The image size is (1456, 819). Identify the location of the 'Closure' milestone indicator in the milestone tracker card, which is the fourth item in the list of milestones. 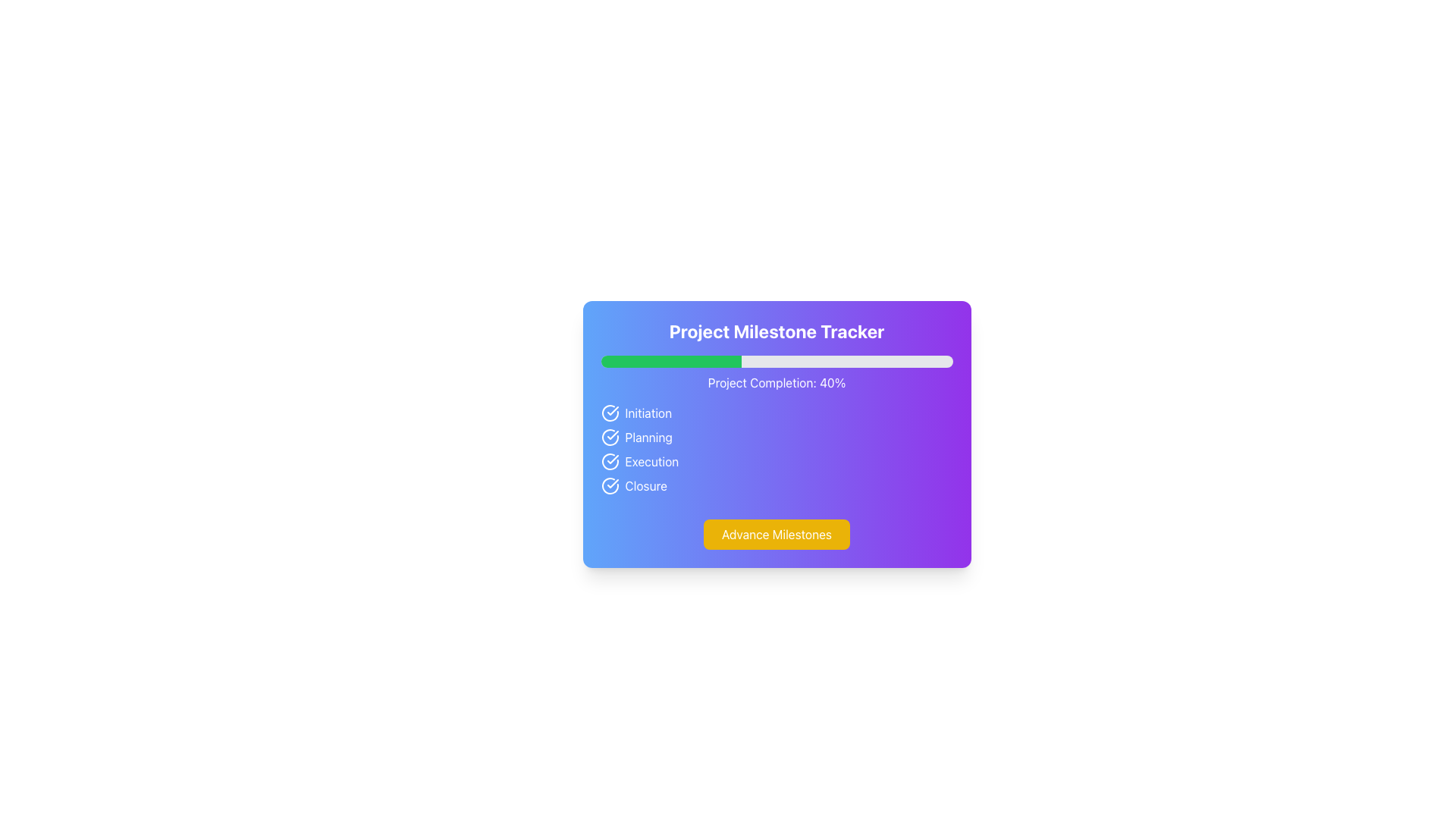
(777, 485).